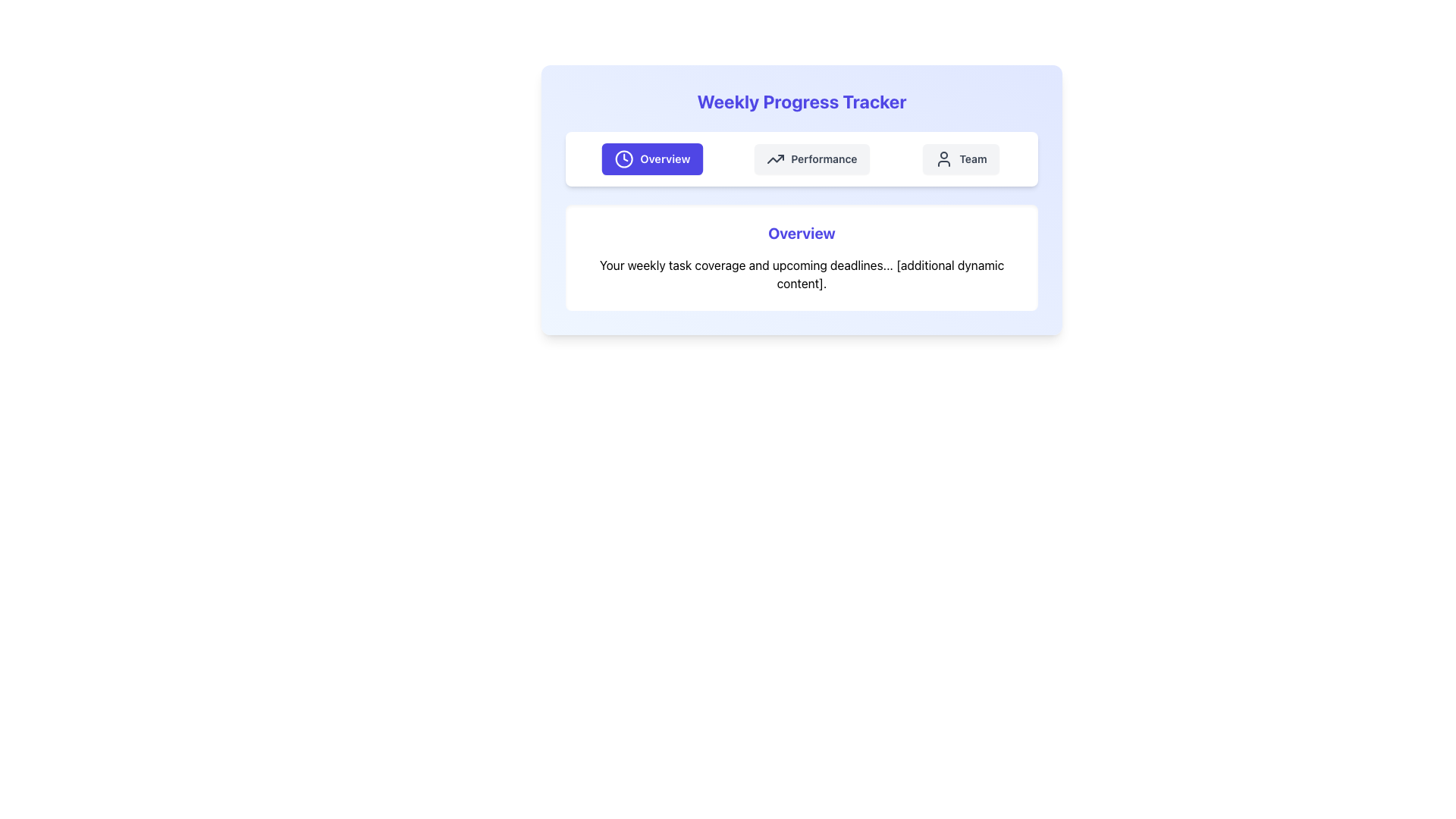  What do you see at coordinates (624, 158) in the screenshot?
I see `the design of the circular clock icon representing the 'Overview' tab, which is located within the button labeled 'Overview' at the top center of the interface` at bounding box center [624, 158].